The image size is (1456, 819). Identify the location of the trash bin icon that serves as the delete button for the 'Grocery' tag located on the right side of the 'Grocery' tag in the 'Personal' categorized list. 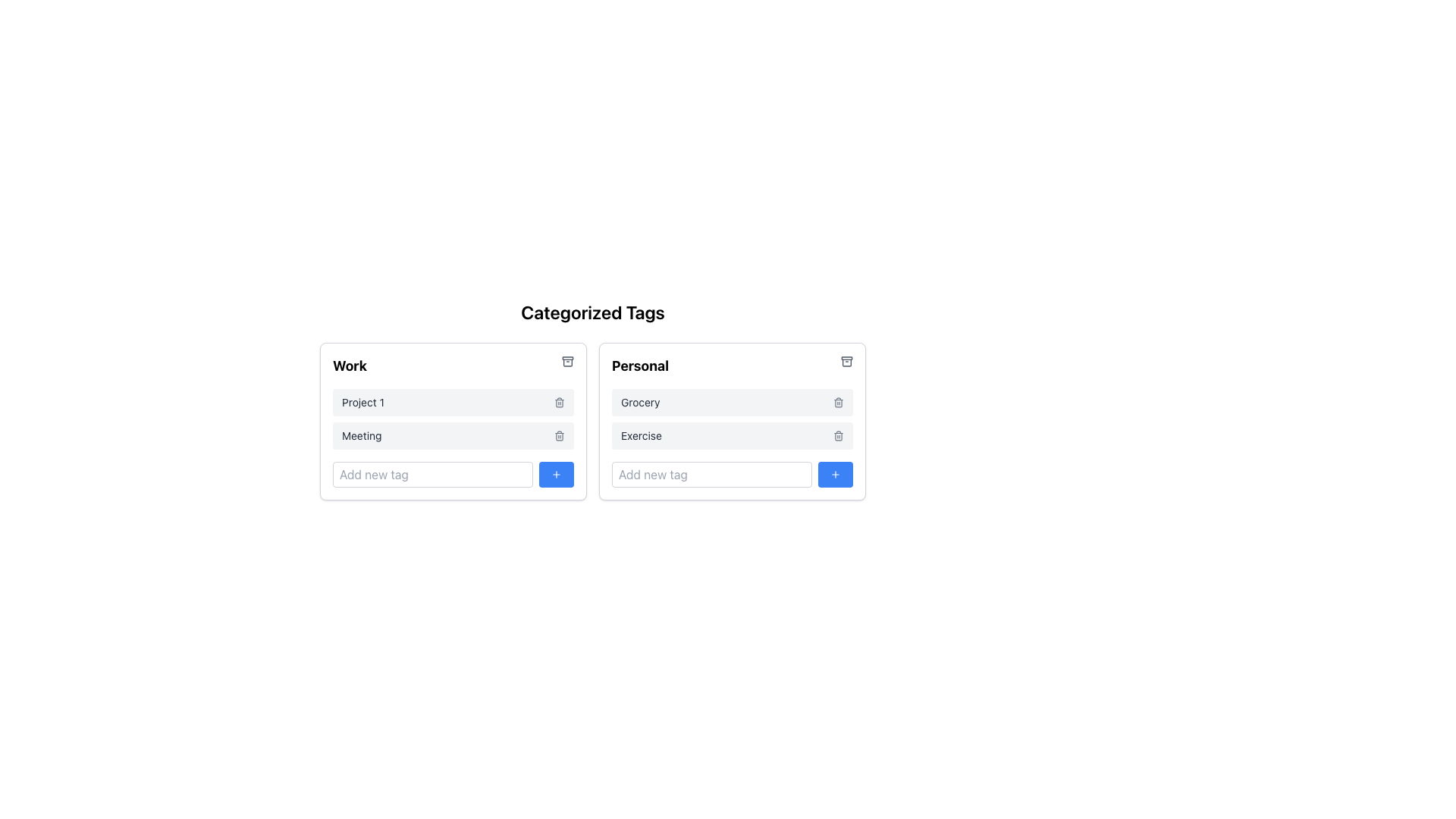
(837, 402).